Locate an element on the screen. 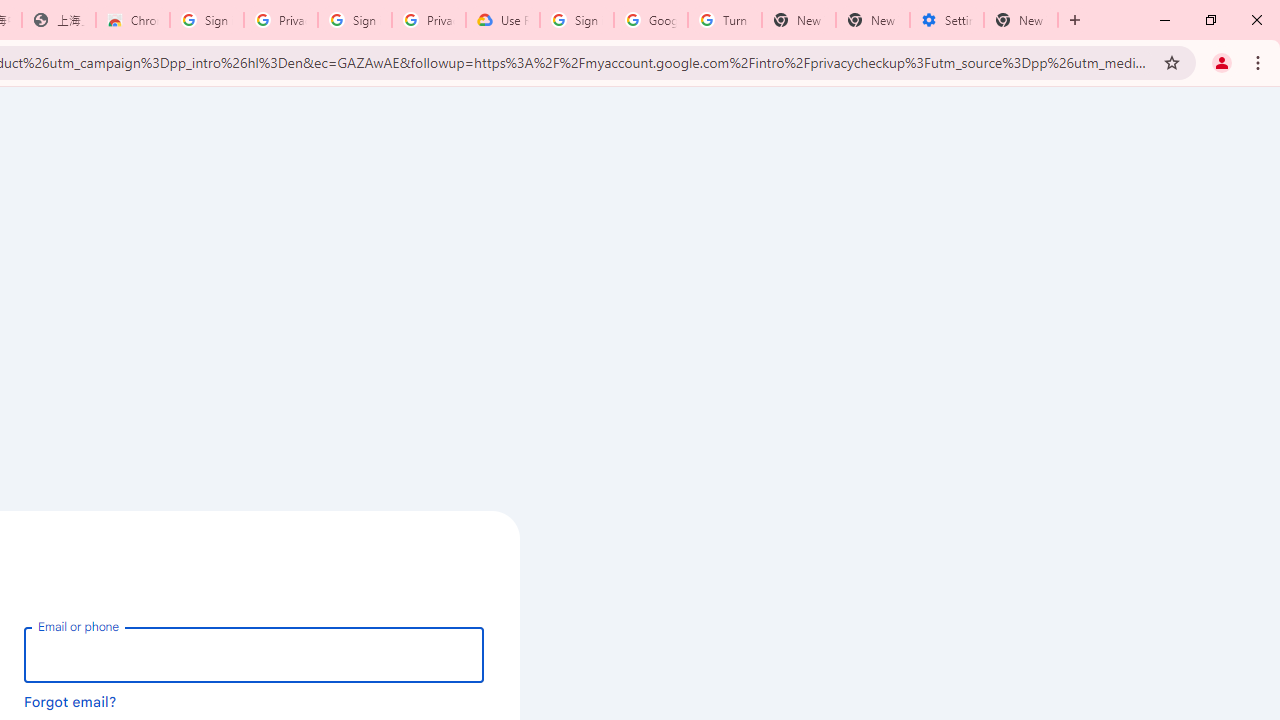 Image resolution: width=1280 pixels, height=720 pixels. 'Settings - System' is located at coordinates (946, 20).